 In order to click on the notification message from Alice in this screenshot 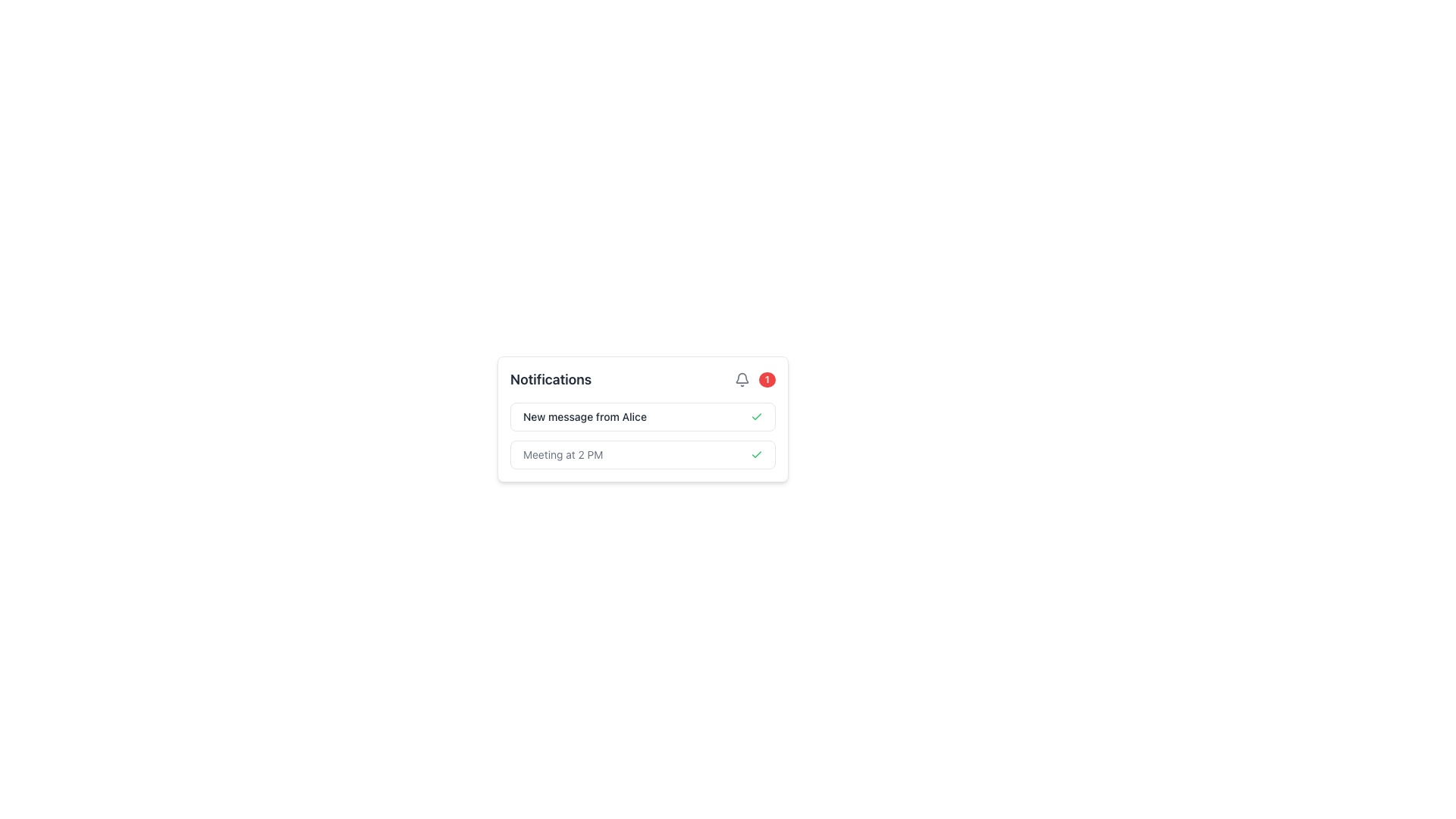, I will do `click(643, 417)`.